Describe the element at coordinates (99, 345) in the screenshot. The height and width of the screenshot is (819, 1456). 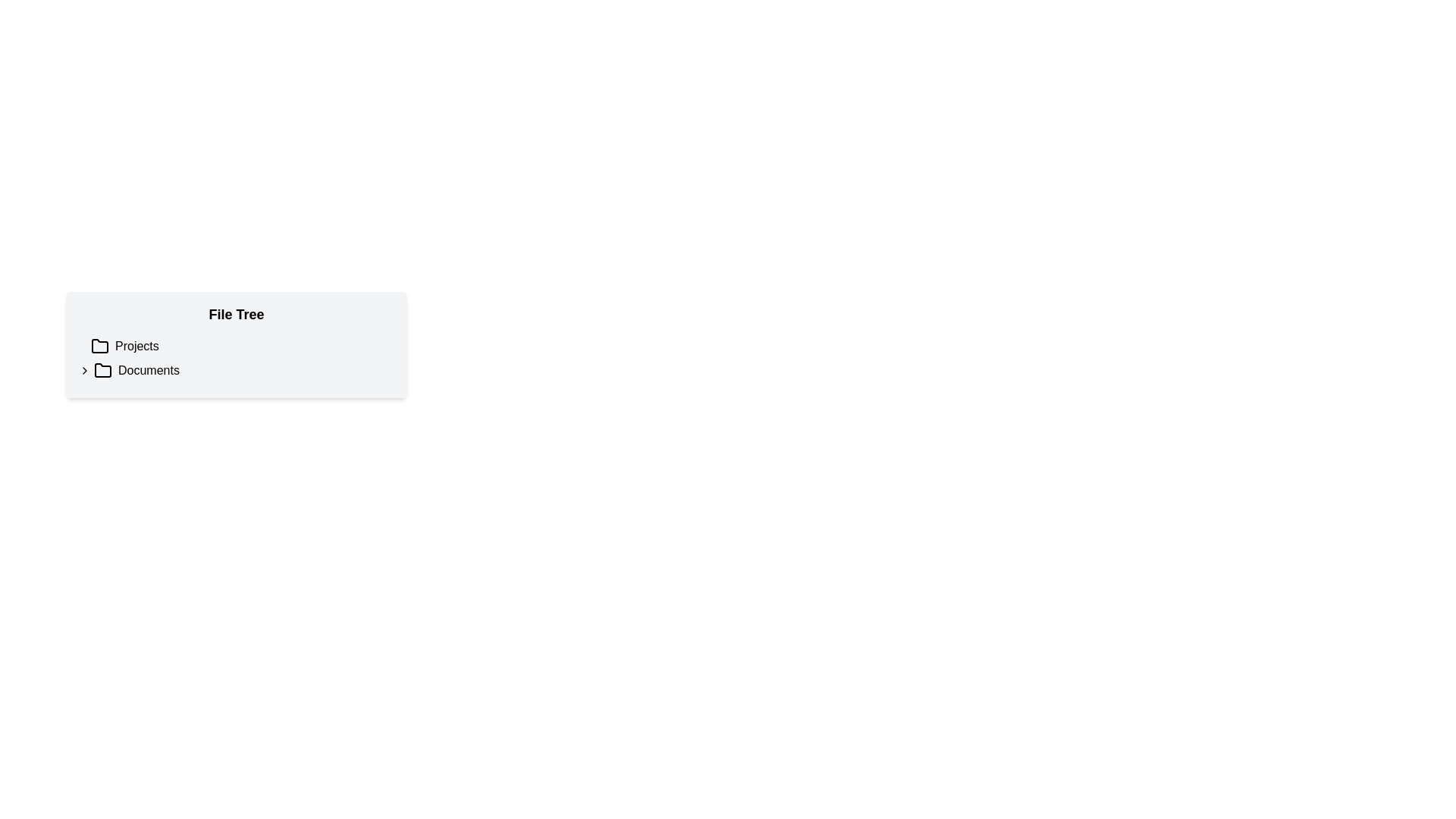
I see `the folder icon located to the left of the 'Projects' text label` at that location.